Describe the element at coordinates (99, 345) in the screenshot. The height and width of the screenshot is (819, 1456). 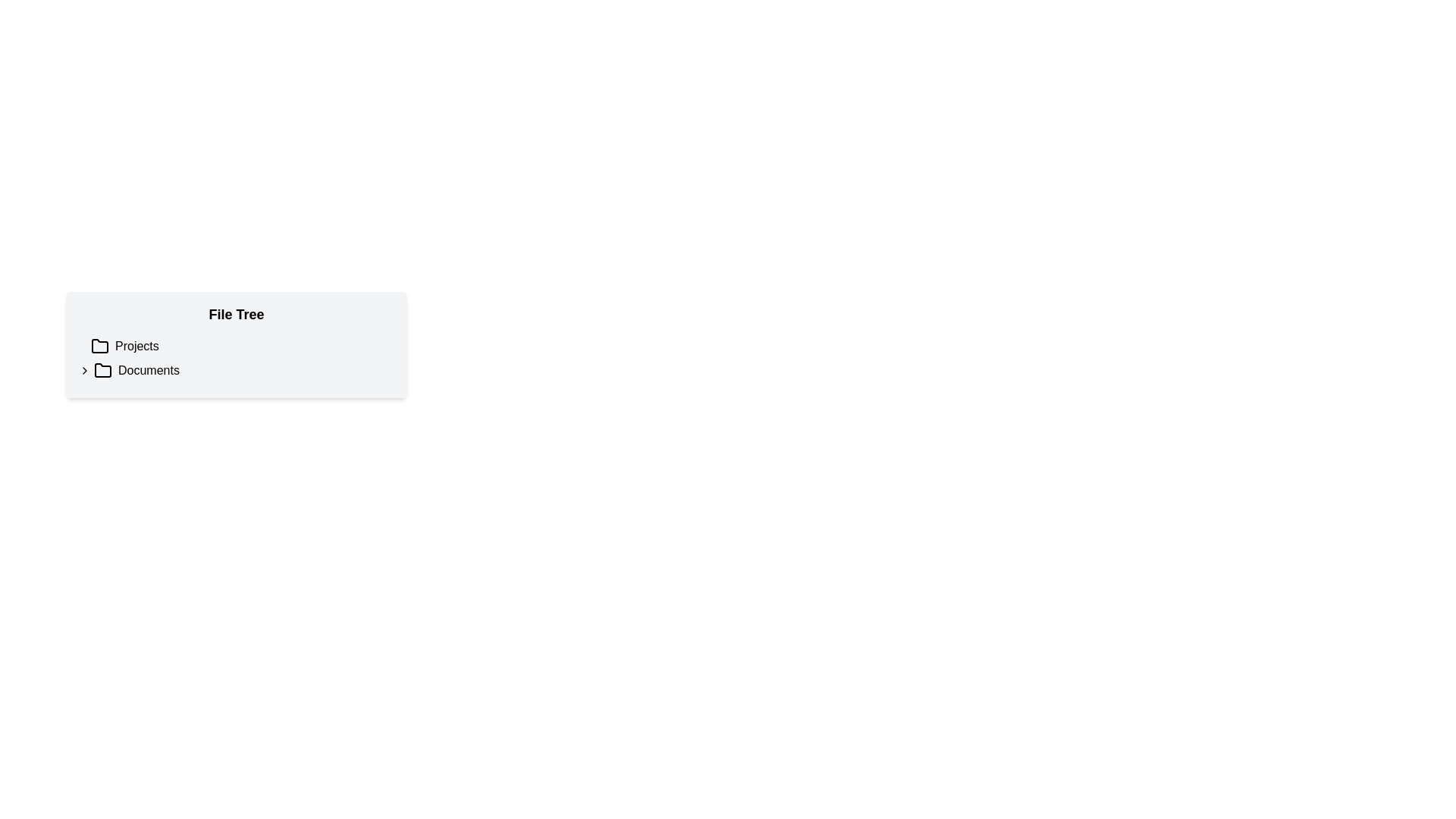
I see `the folder icon located to the left of the 'Projects' text label` at that location.